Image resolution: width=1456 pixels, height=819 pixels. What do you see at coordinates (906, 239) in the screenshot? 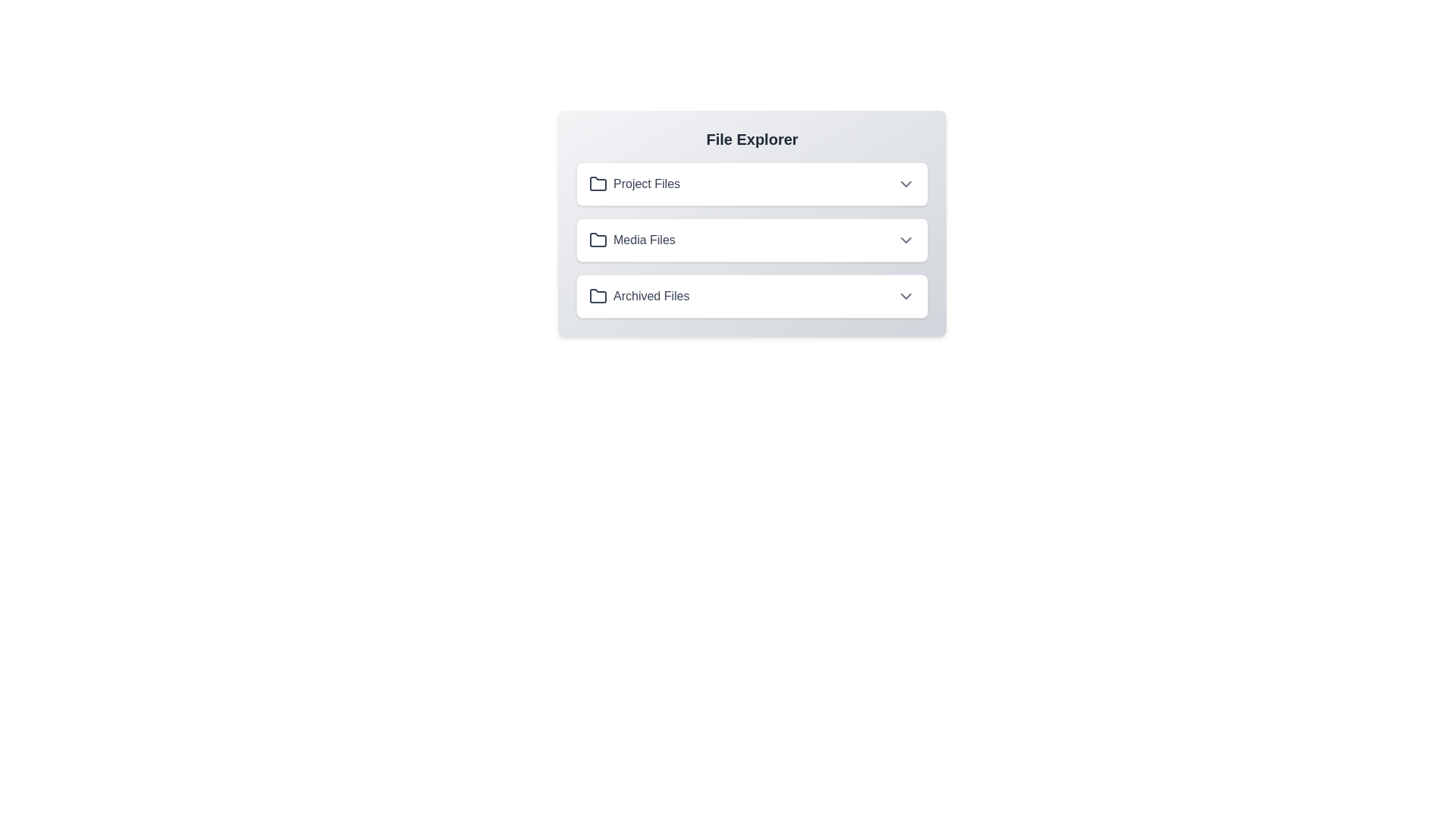
I see `the toggle button for the folder named Media Files` at bounding box center [906, 239].